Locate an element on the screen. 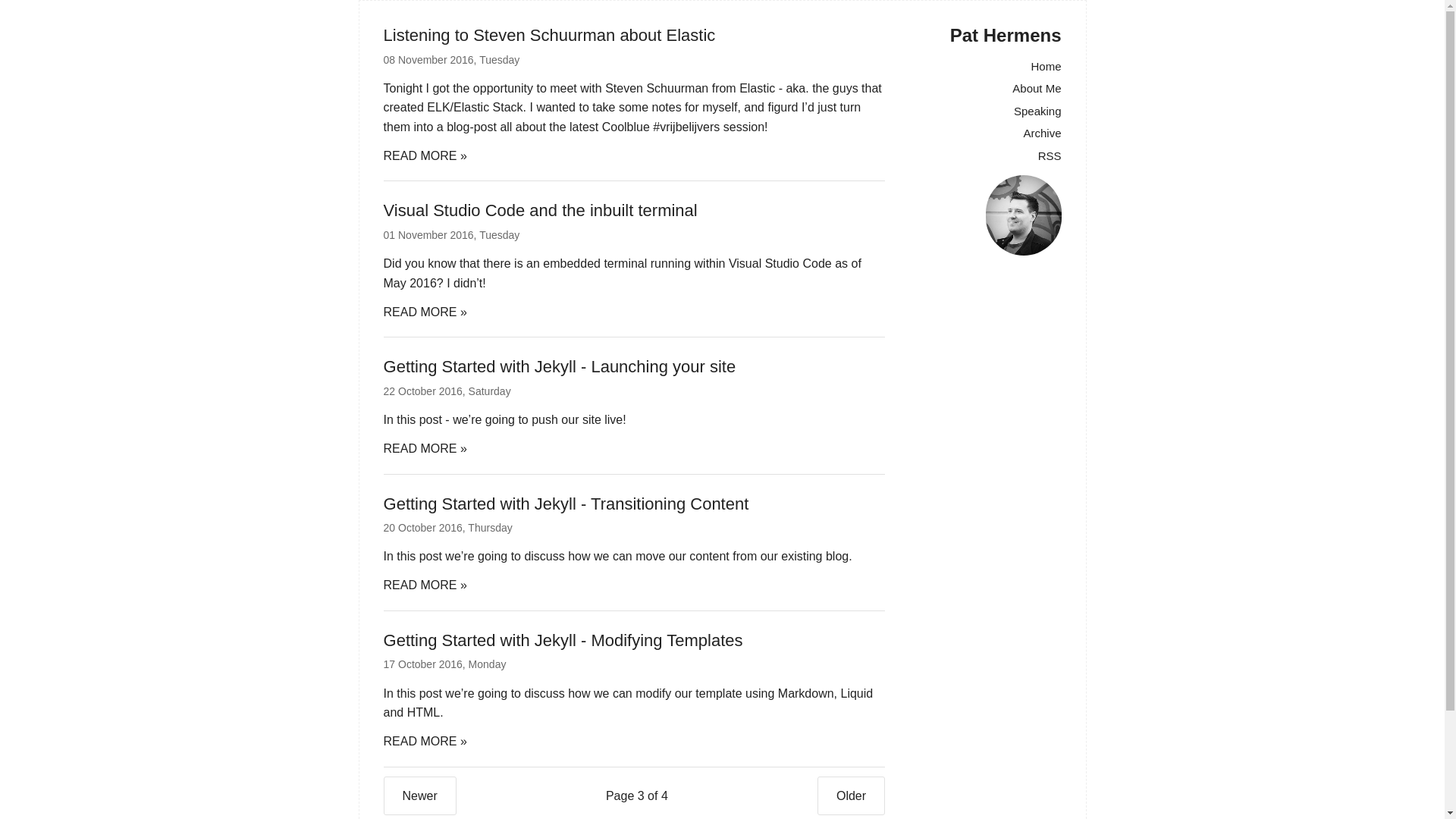  'Archive' is located at coordinates (1040, 132).